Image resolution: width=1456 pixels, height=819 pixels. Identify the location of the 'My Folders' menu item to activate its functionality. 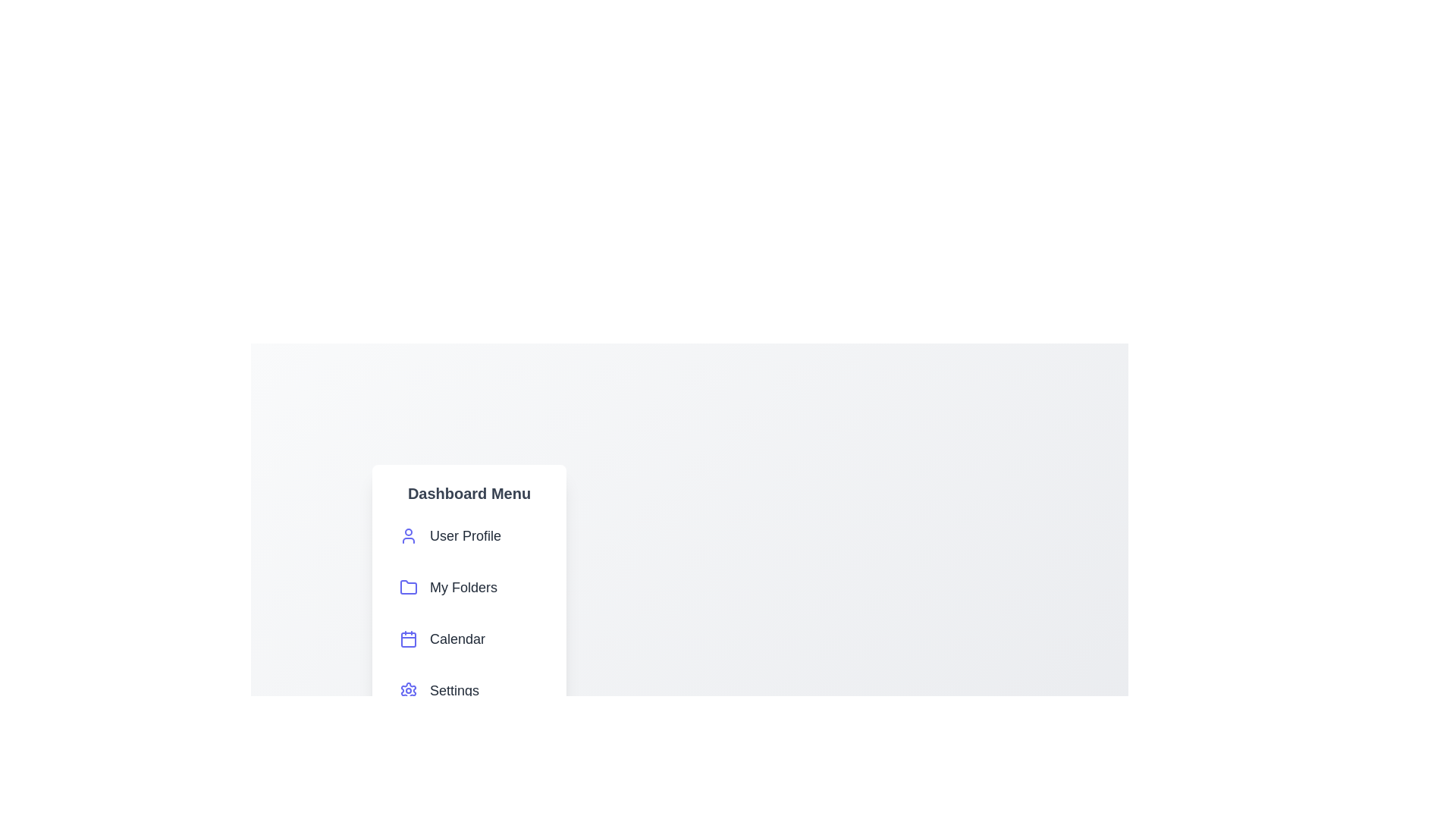
(469, 587).